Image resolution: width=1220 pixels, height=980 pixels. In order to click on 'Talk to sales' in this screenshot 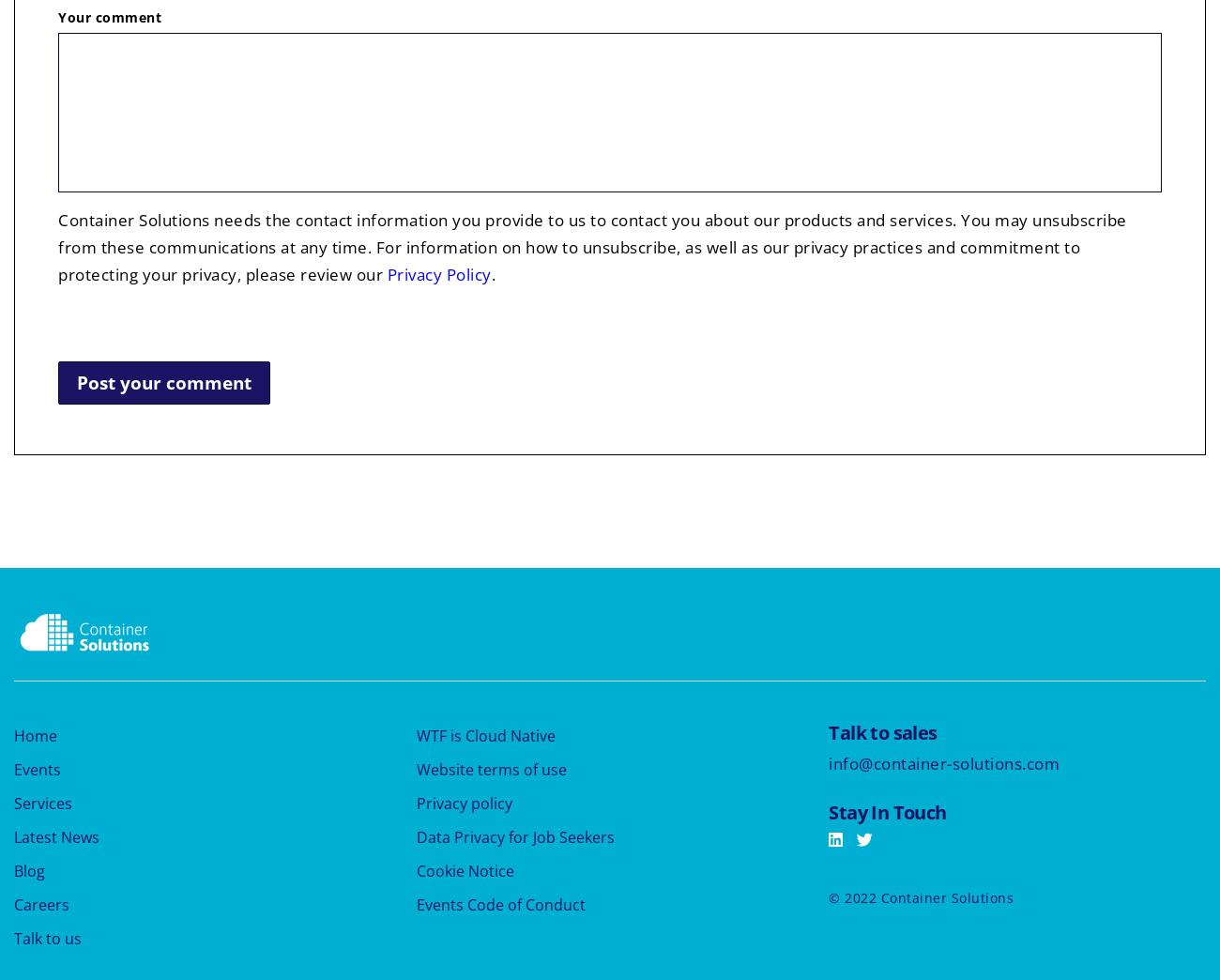, I will do `click(882, 731)`.